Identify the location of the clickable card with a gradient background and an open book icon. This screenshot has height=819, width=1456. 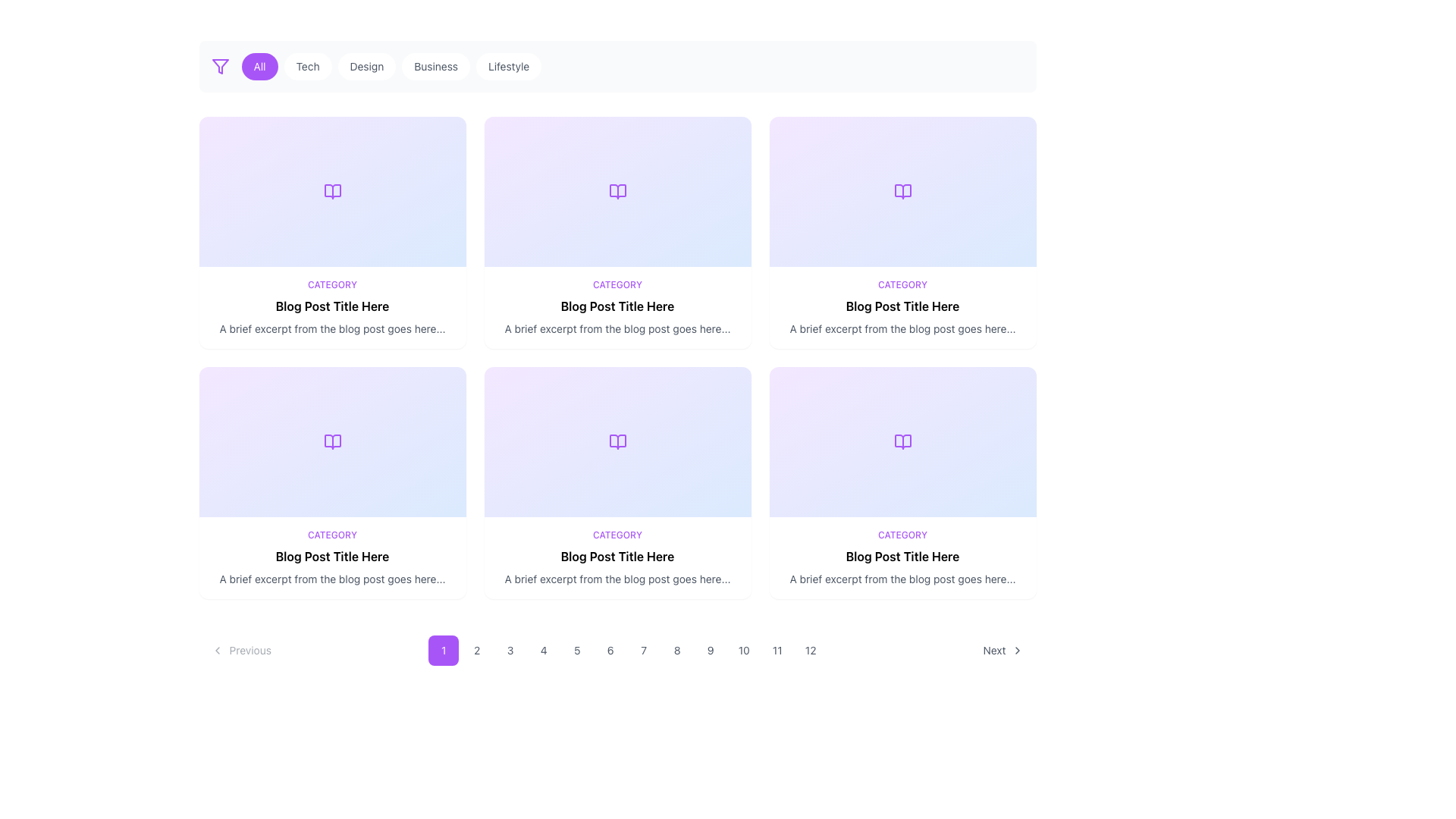
(902, 233).